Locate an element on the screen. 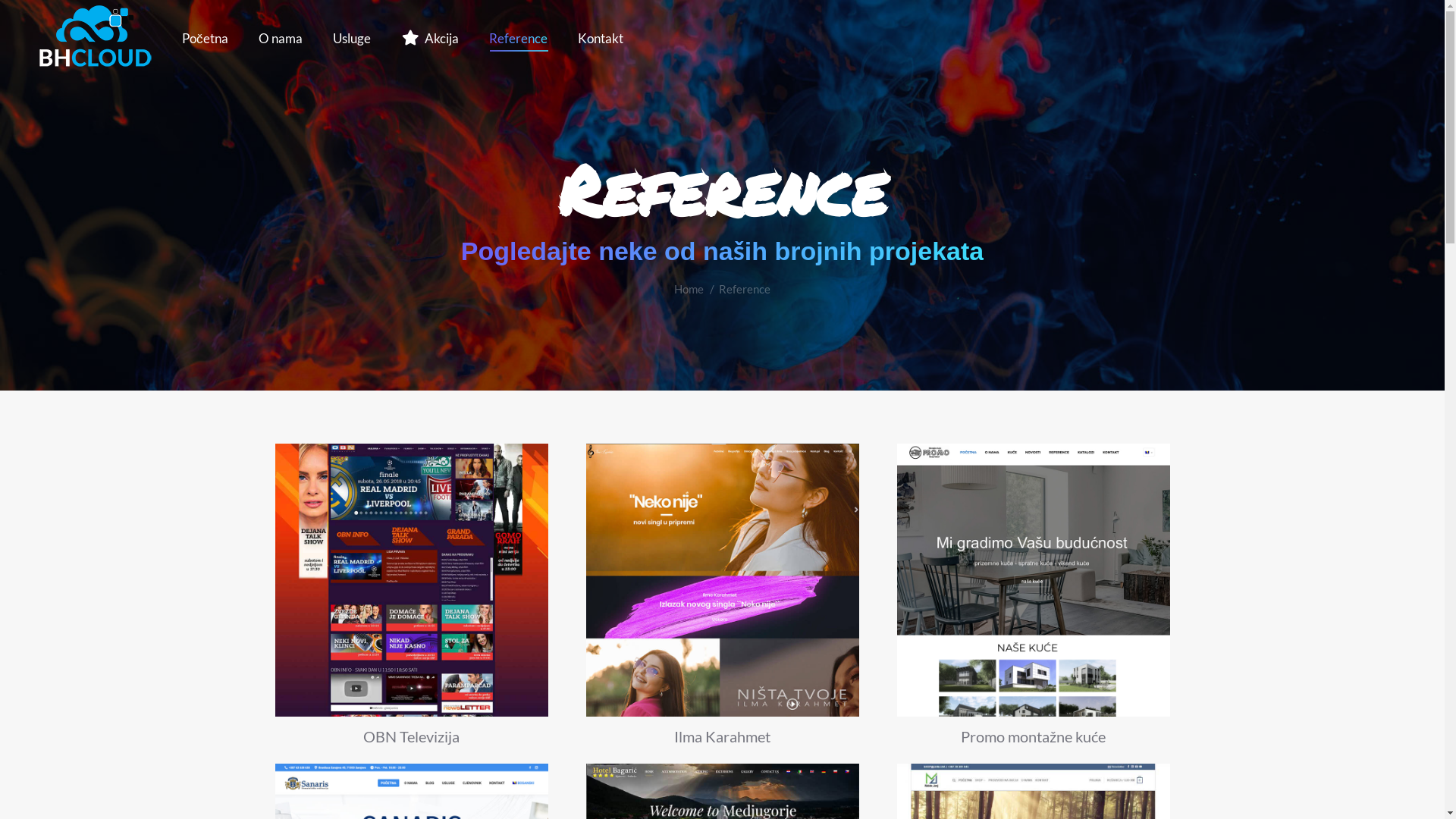  'Akcija' is located at coordinates (400, 37).